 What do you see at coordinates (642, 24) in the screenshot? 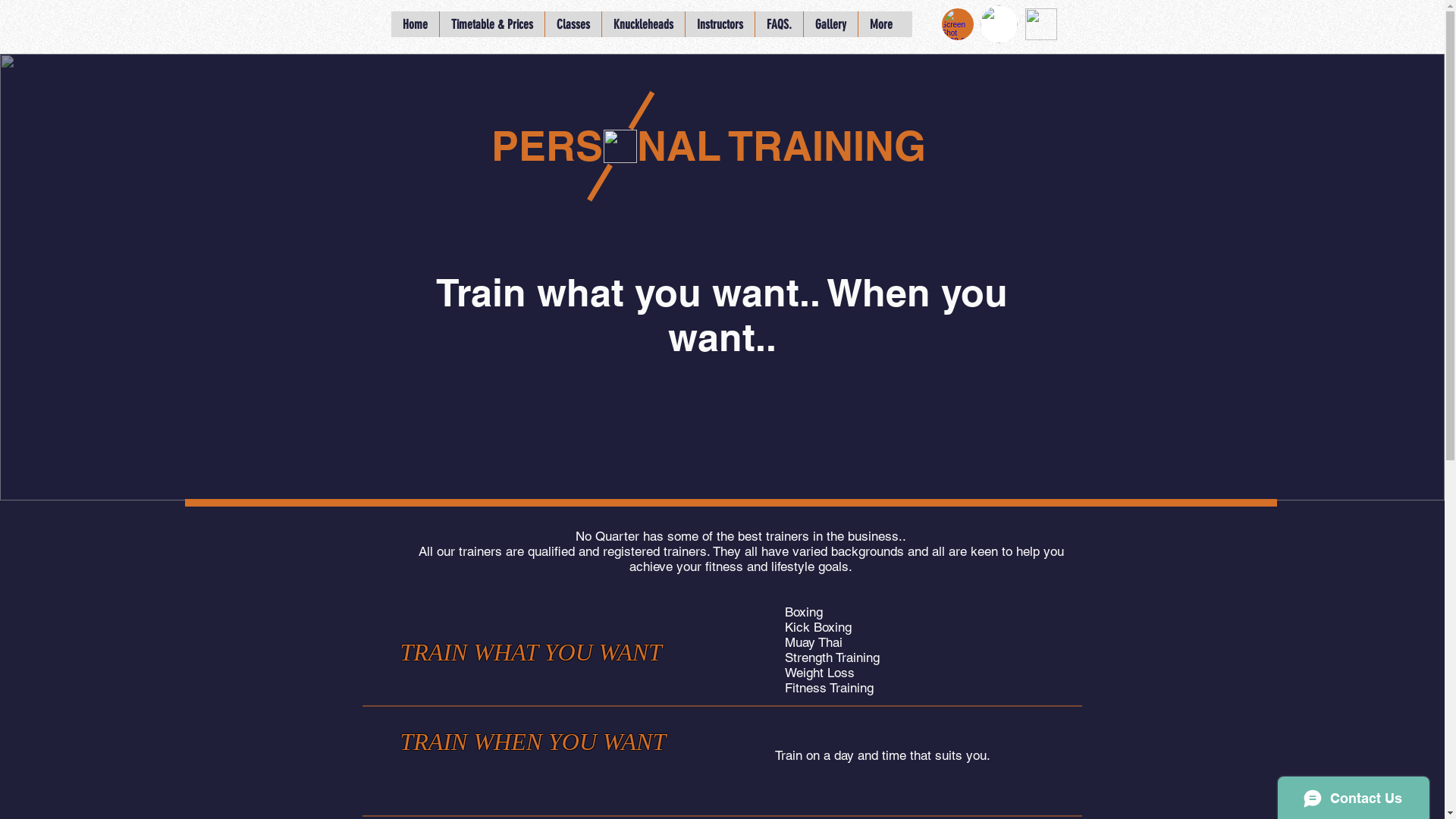
I see `'Knuckleheads'` at bounding box center [642, 24].